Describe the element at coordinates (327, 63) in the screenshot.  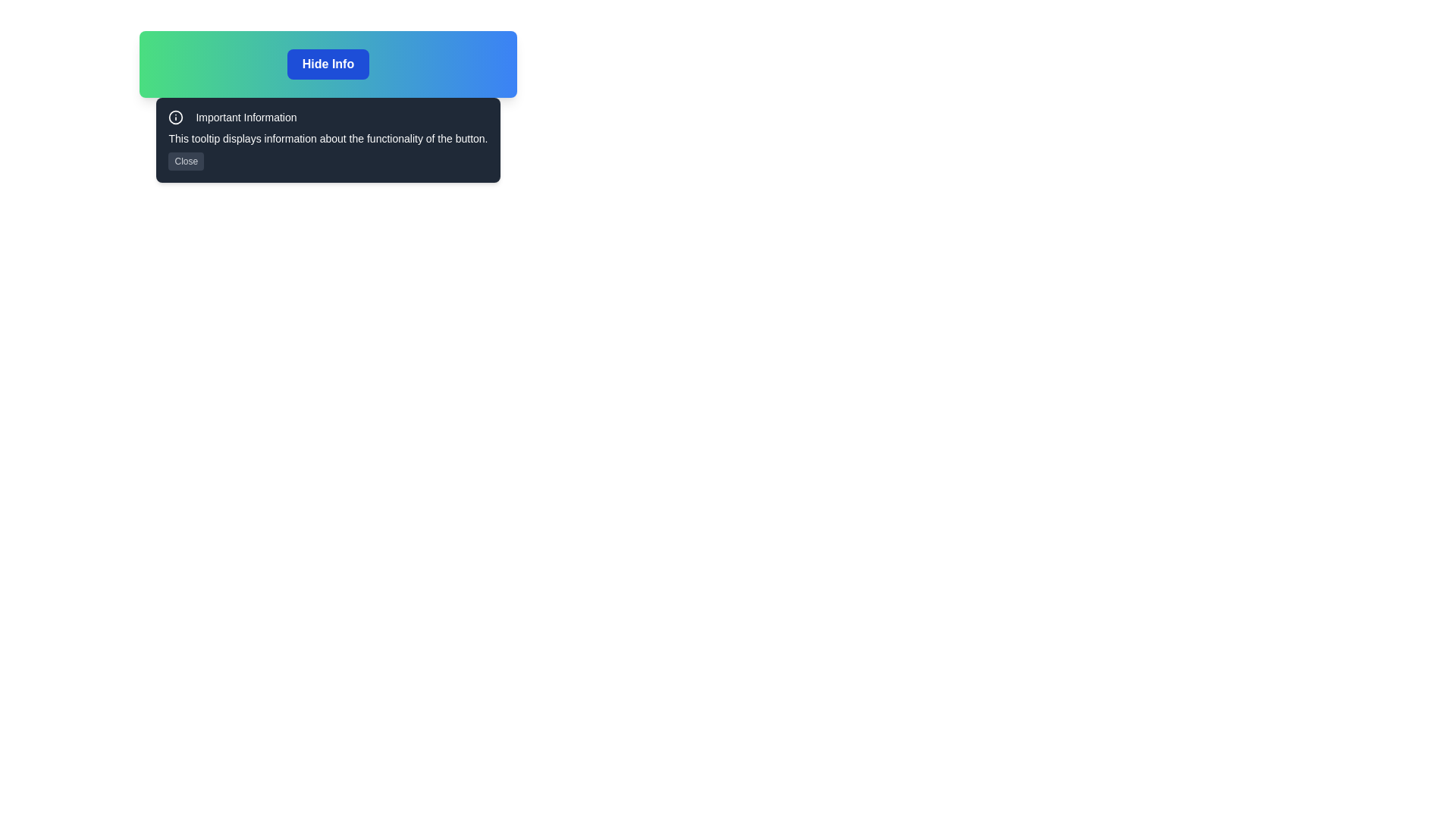
I see `the 'Hide Info' button, which has rounded corners and a blue background with bold white text` at that location.